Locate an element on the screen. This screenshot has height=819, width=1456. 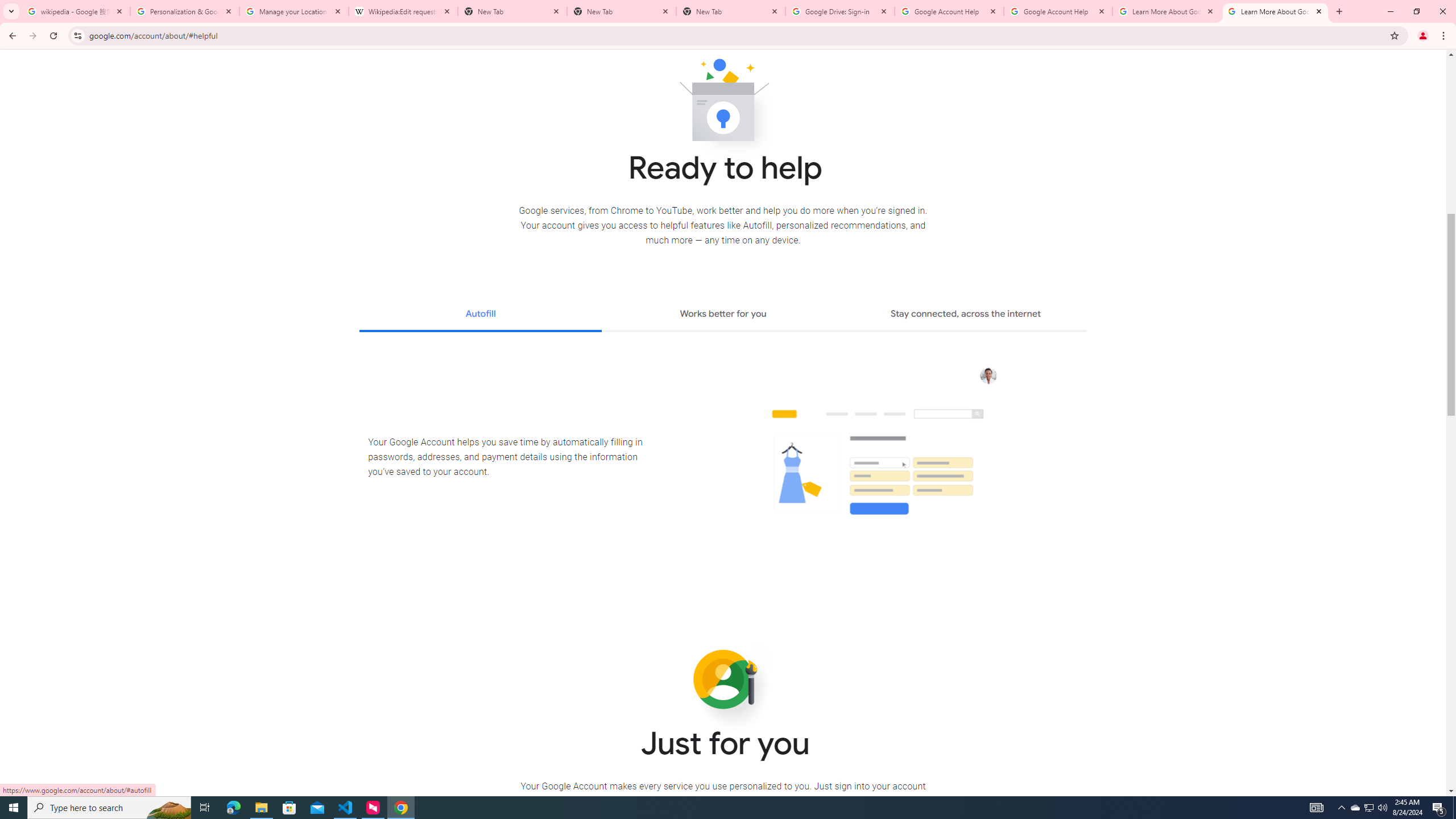
'Google Drive: Sign-in' is located at coordinates (839, 11).